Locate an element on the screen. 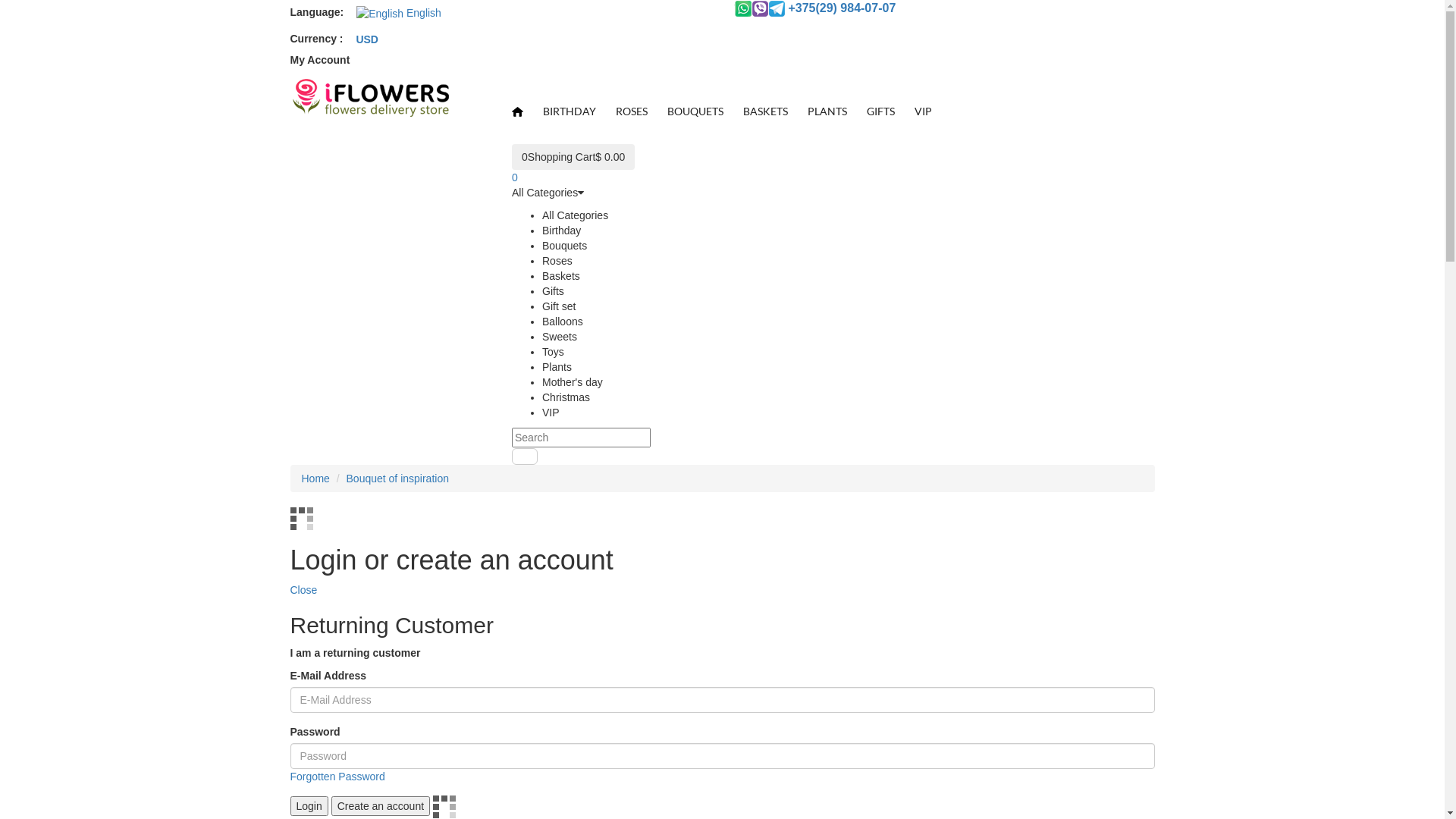 This screenshot has height=819, width=1456. 'Forgotten Password' is located at coordinates (336, 776).